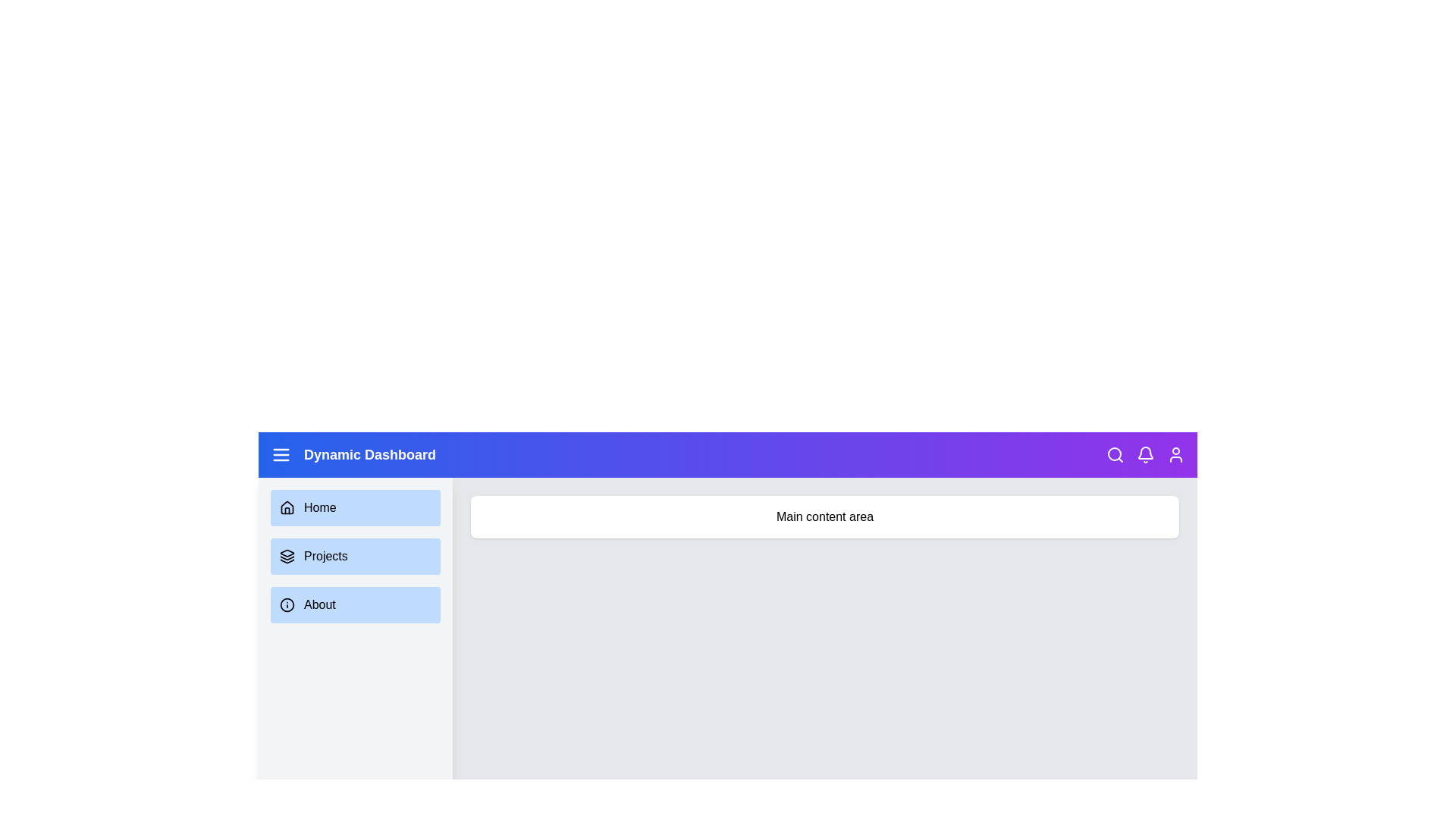 This screenshot has height=819, width=1456. What do you see at coordinates (355, 508) in the screenshot?
I see `the navigation item Home to navigate to the respective section` at bounding box center [355, 508].